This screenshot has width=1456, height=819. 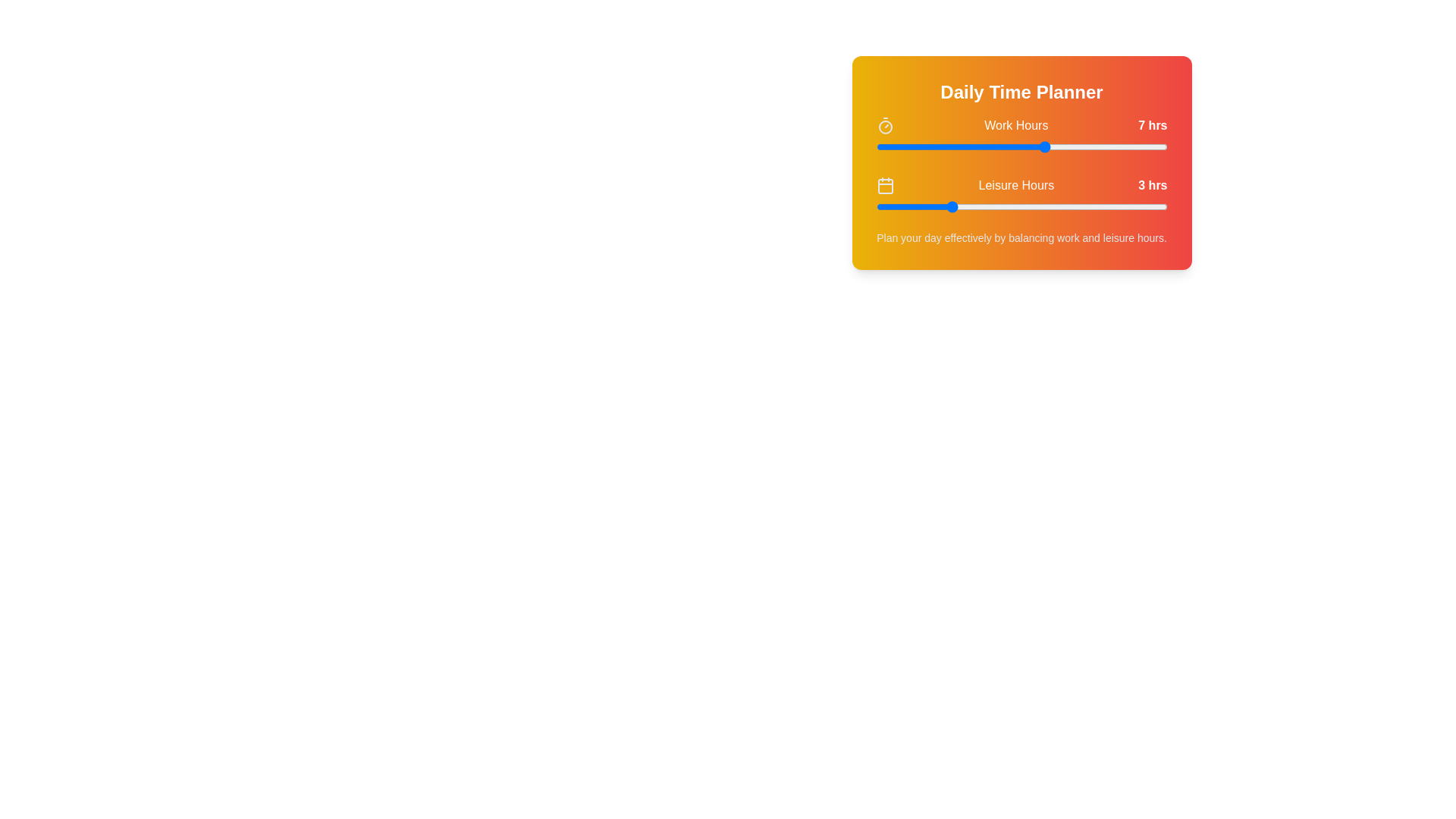 What do you see at coordinates (1021, 124) in the screenshot?
I see `the informative display that shows the selected work hours, specifically the section labeled 'Work Hours' with the current value of '7 hrs' and the clock icon on the left` at bounding box center [1021, 124].